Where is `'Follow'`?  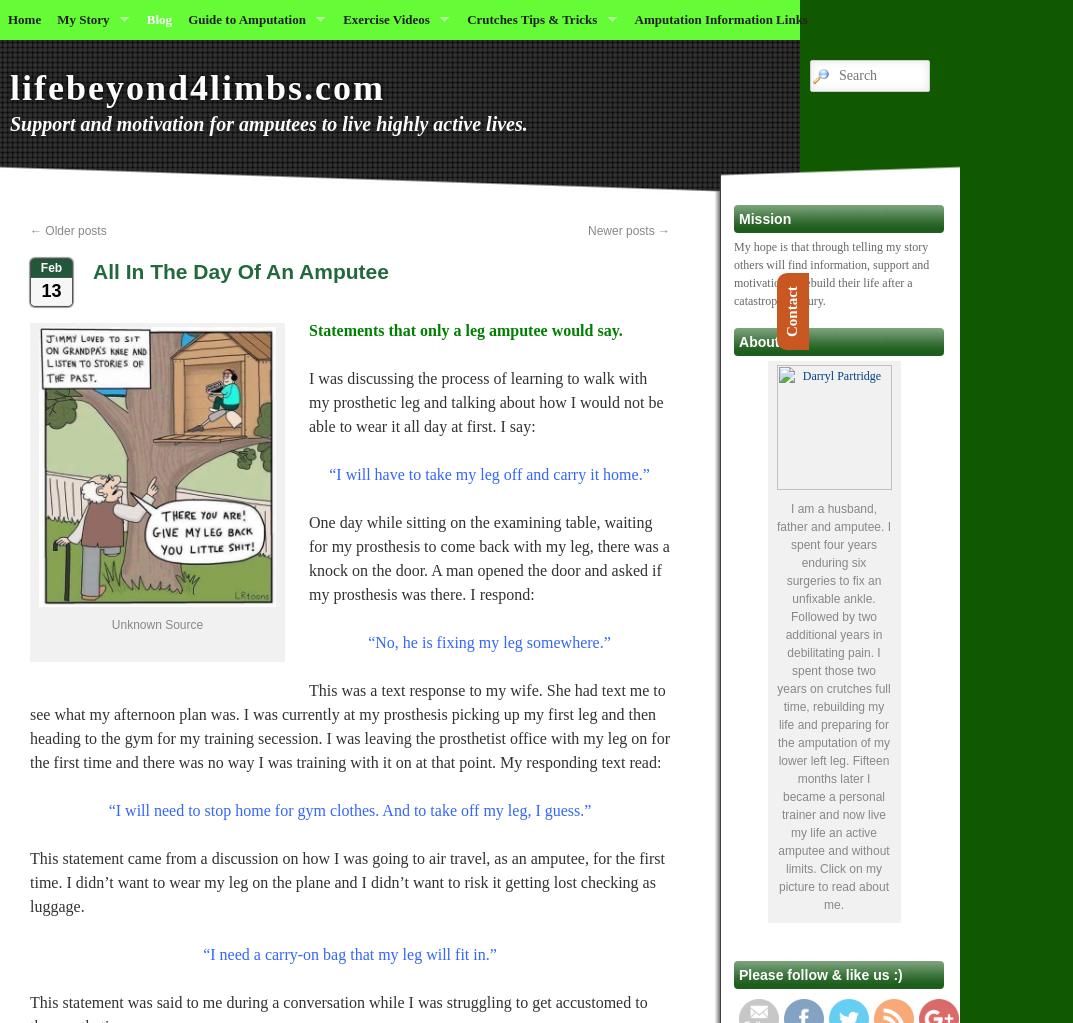
'Follow' is located at coordinates (852, 967).